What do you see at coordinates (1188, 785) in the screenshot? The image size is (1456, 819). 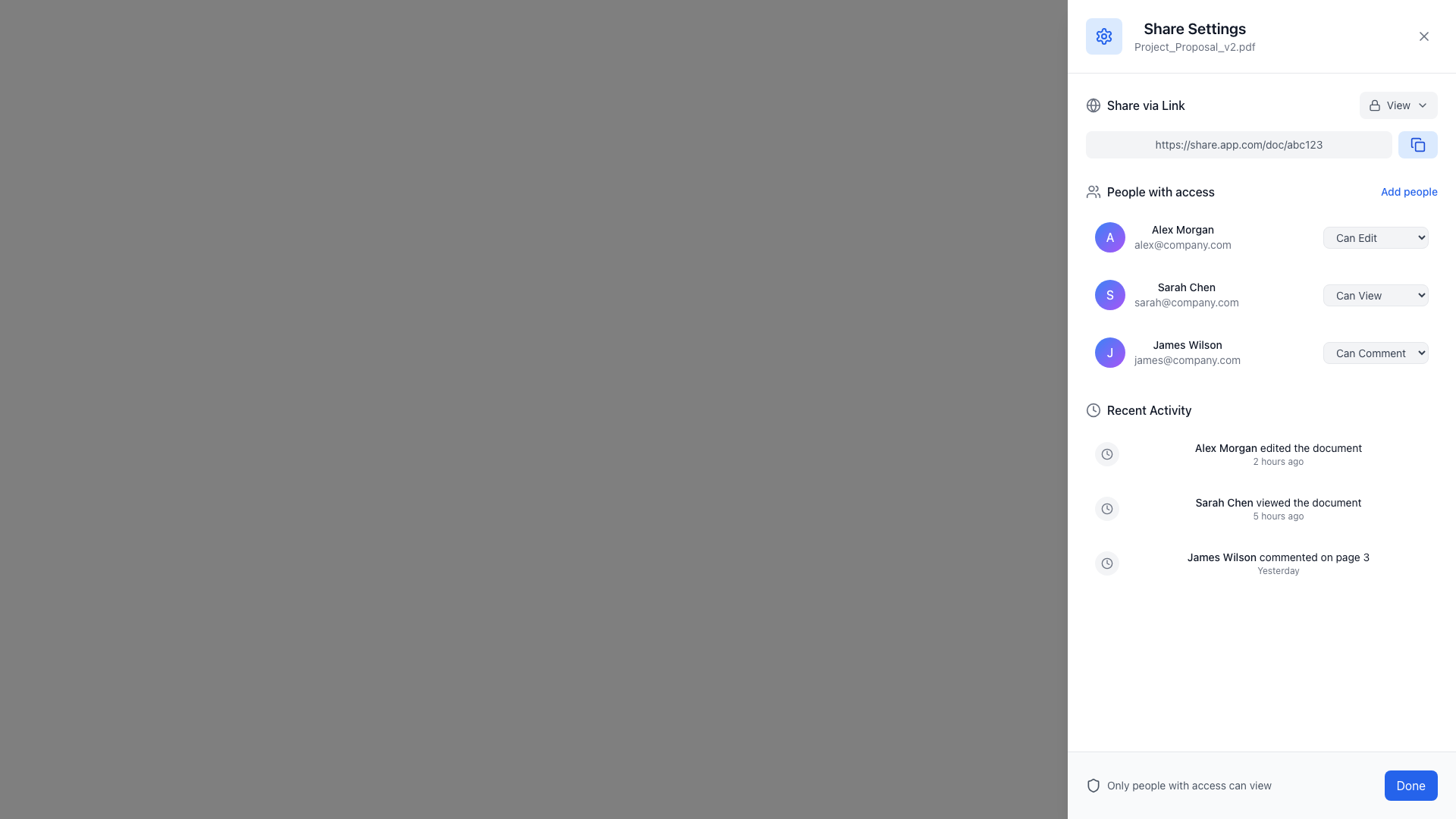 I see `the informational text element regarding access permissions, which is located near the bottom-right corner of the interface, adjacent to a shield icon and above the 'Done' button` at bounding box center [1188, 785].